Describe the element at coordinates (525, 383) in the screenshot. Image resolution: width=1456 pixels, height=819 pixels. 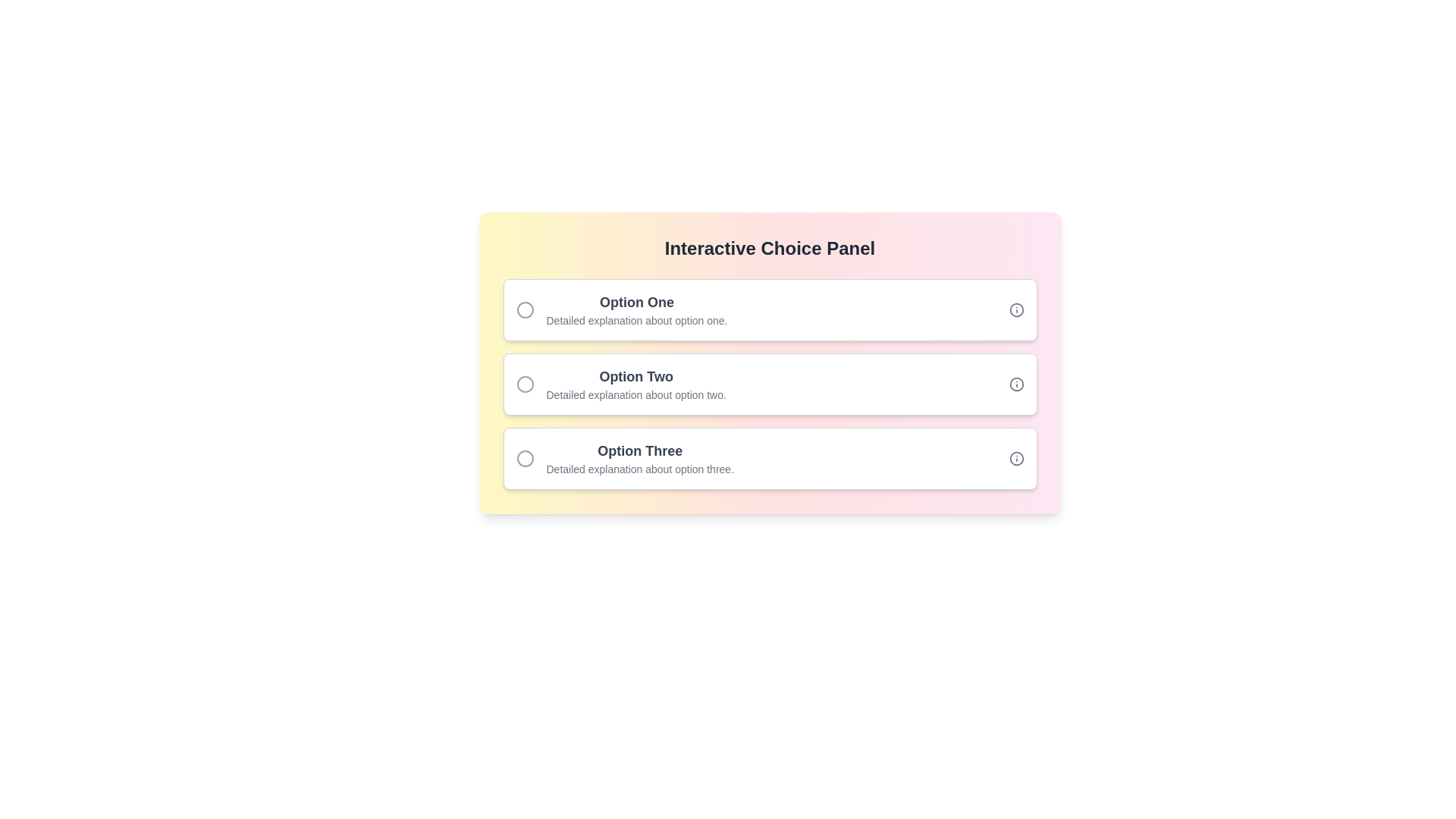
I see `the radio button associated with 'Option Two'` at that location.